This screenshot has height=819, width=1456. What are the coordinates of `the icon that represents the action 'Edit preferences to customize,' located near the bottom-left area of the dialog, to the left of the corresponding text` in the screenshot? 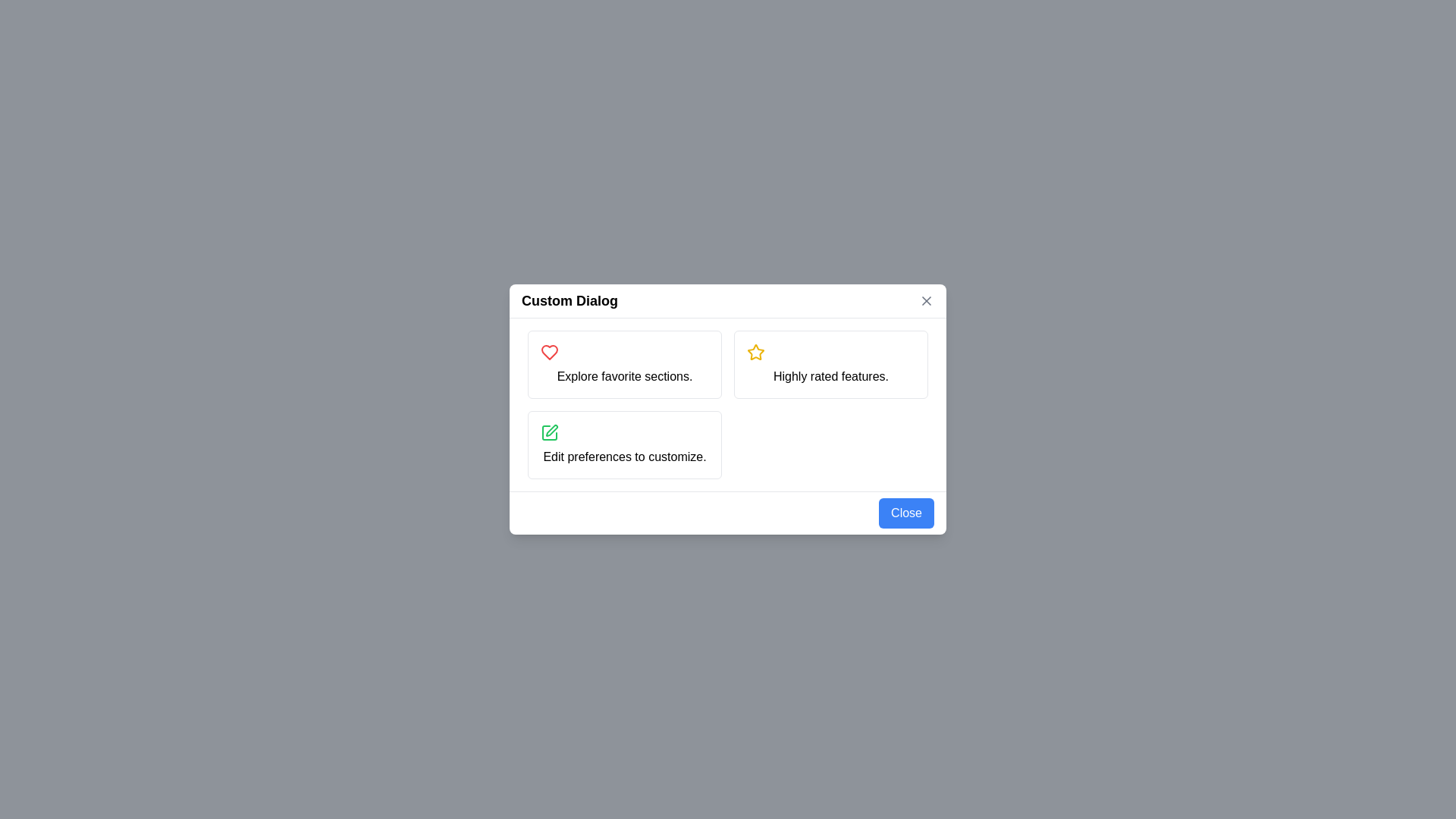 It's located at (548, 432).